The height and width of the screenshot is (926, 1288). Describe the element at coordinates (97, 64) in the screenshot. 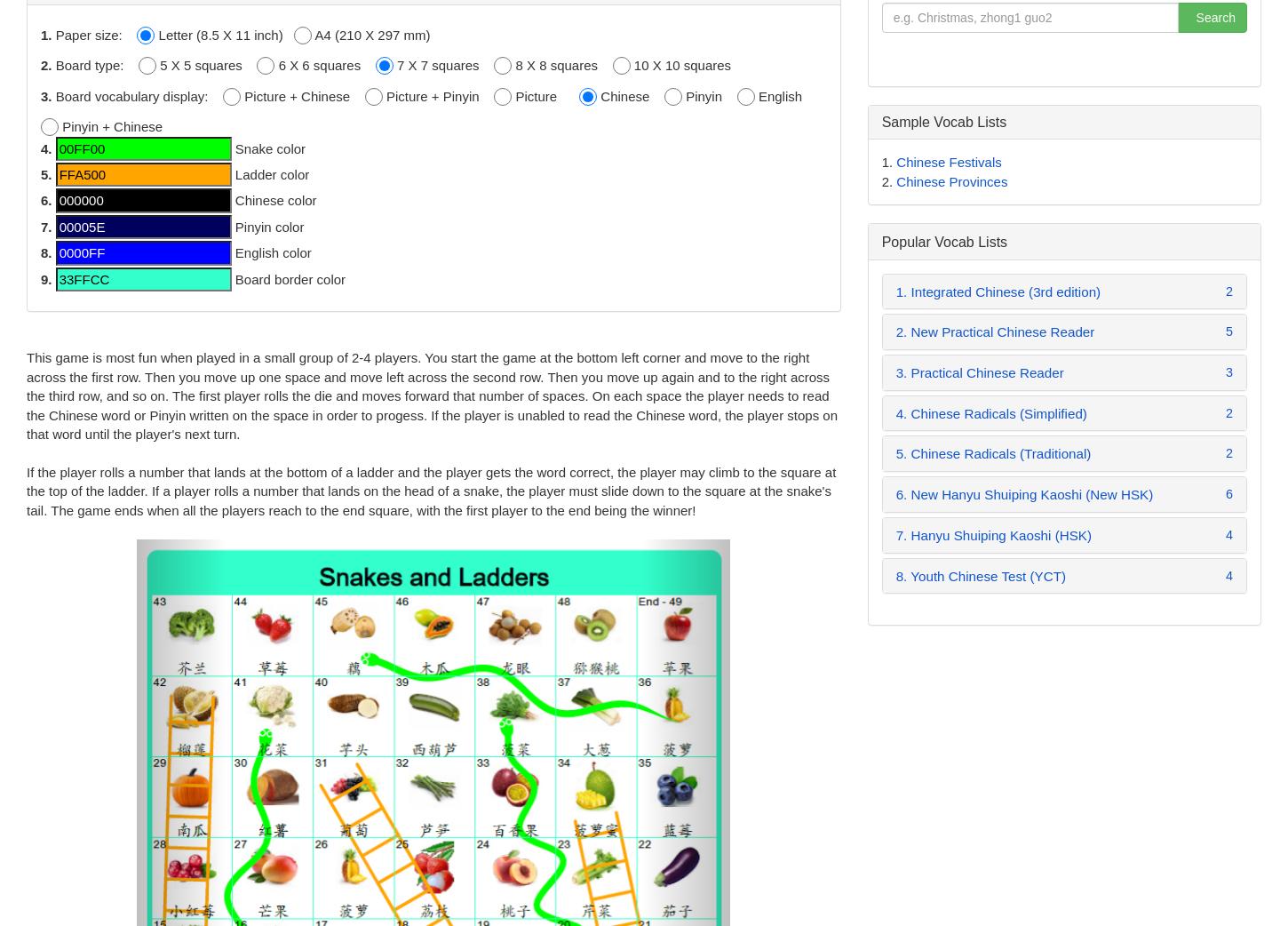

I see `'Board type:'` at that location.